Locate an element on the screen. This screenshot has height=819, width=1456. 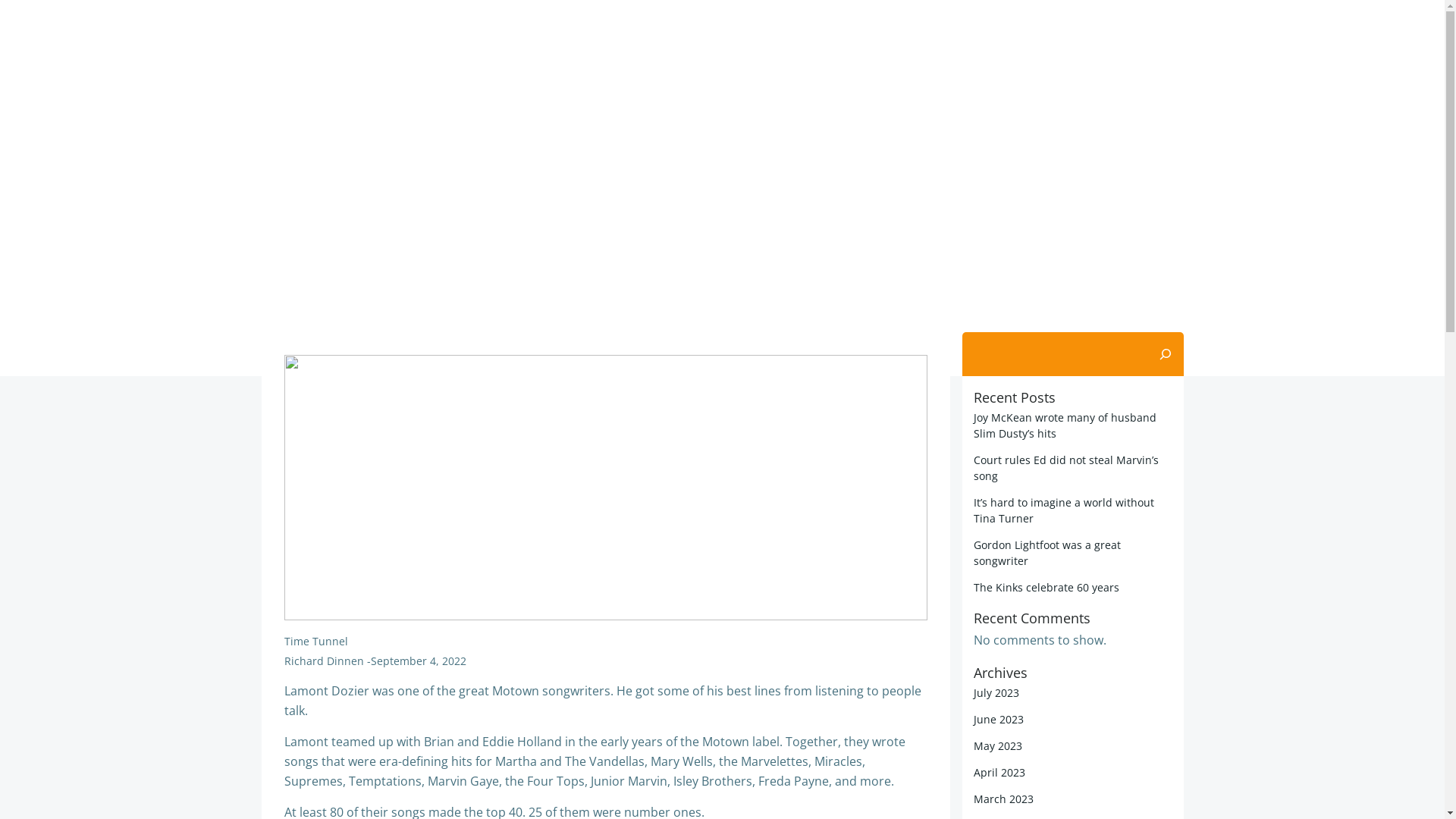
'The Kinks celebrate 60 years' is located at coordinates (973, 586).